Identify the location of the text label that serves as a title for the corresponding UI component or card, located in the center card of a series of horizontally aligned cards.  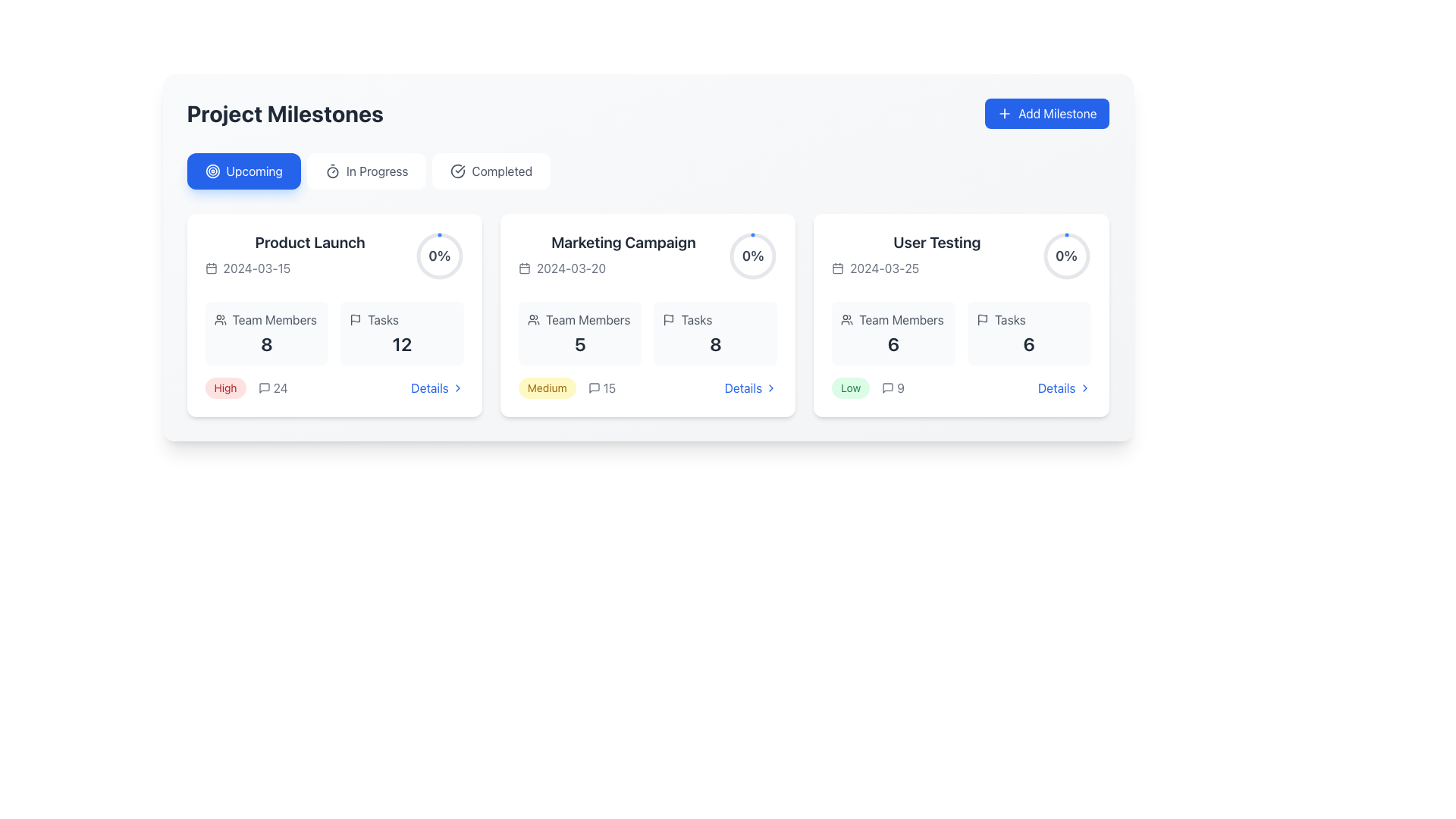
(623, 242).